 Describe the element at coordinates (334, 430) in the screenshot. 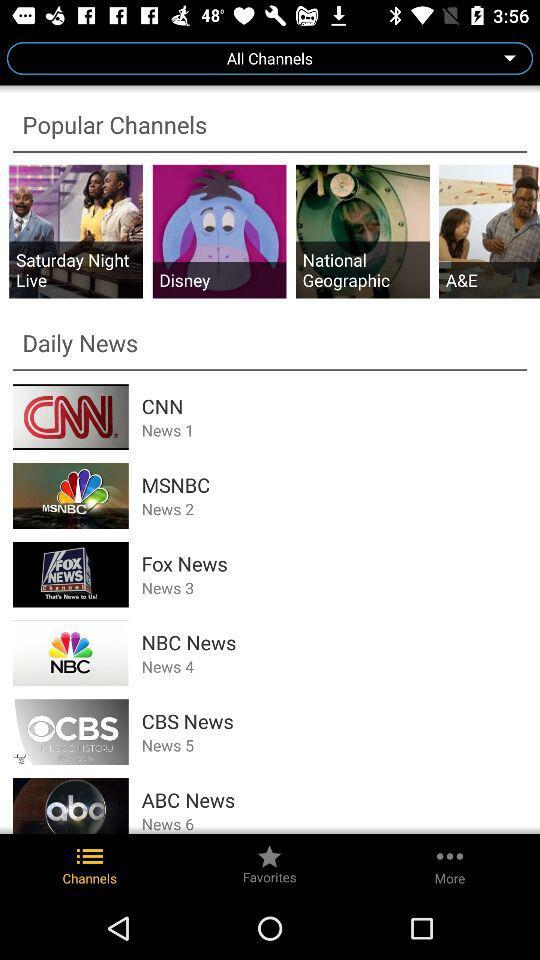

I see `the news 1 icon` at that location.